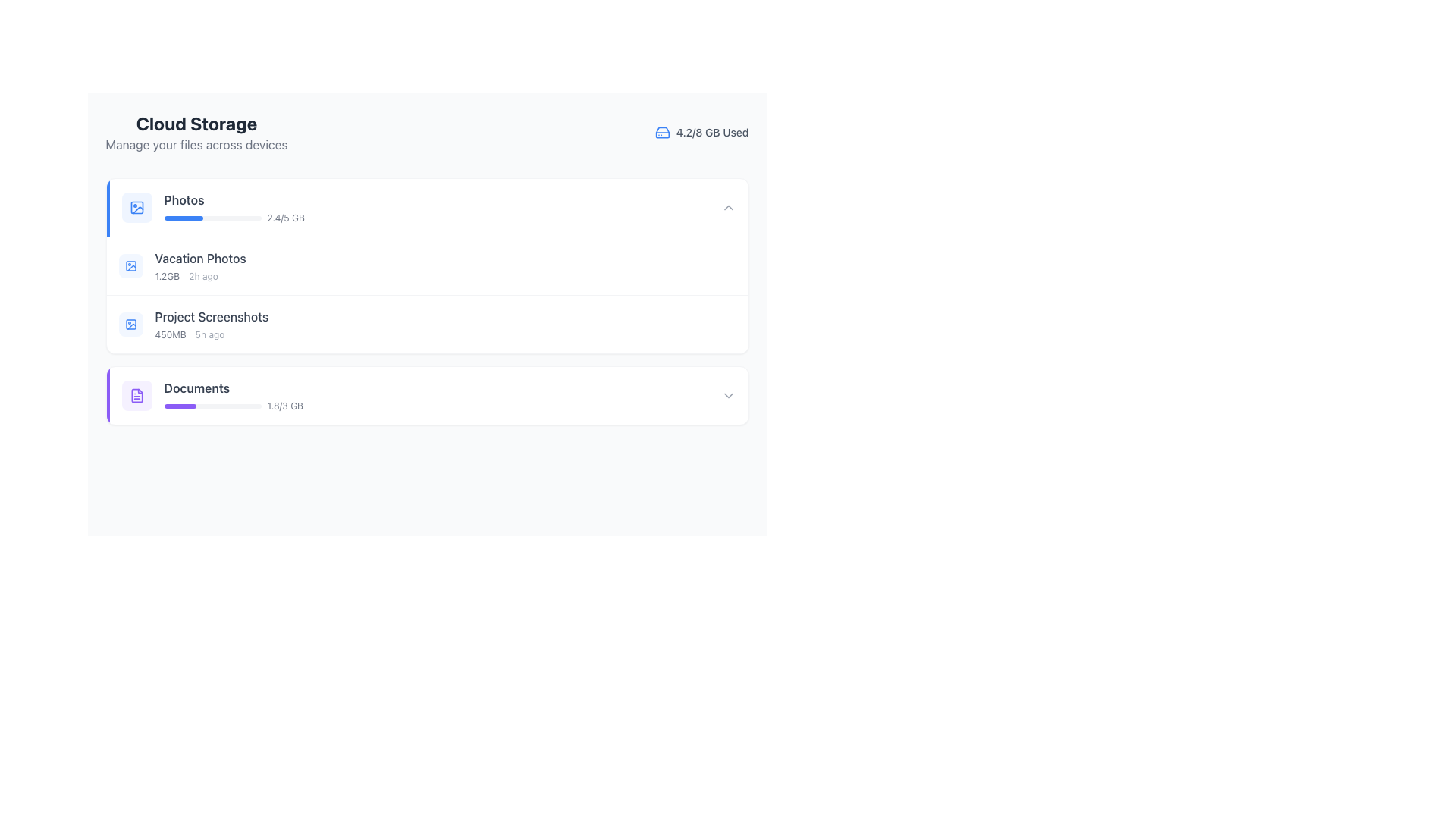 The image size is (1456, 819). I want to click on the sharing button associated with 'Vacation Photos', so click(697, 265).